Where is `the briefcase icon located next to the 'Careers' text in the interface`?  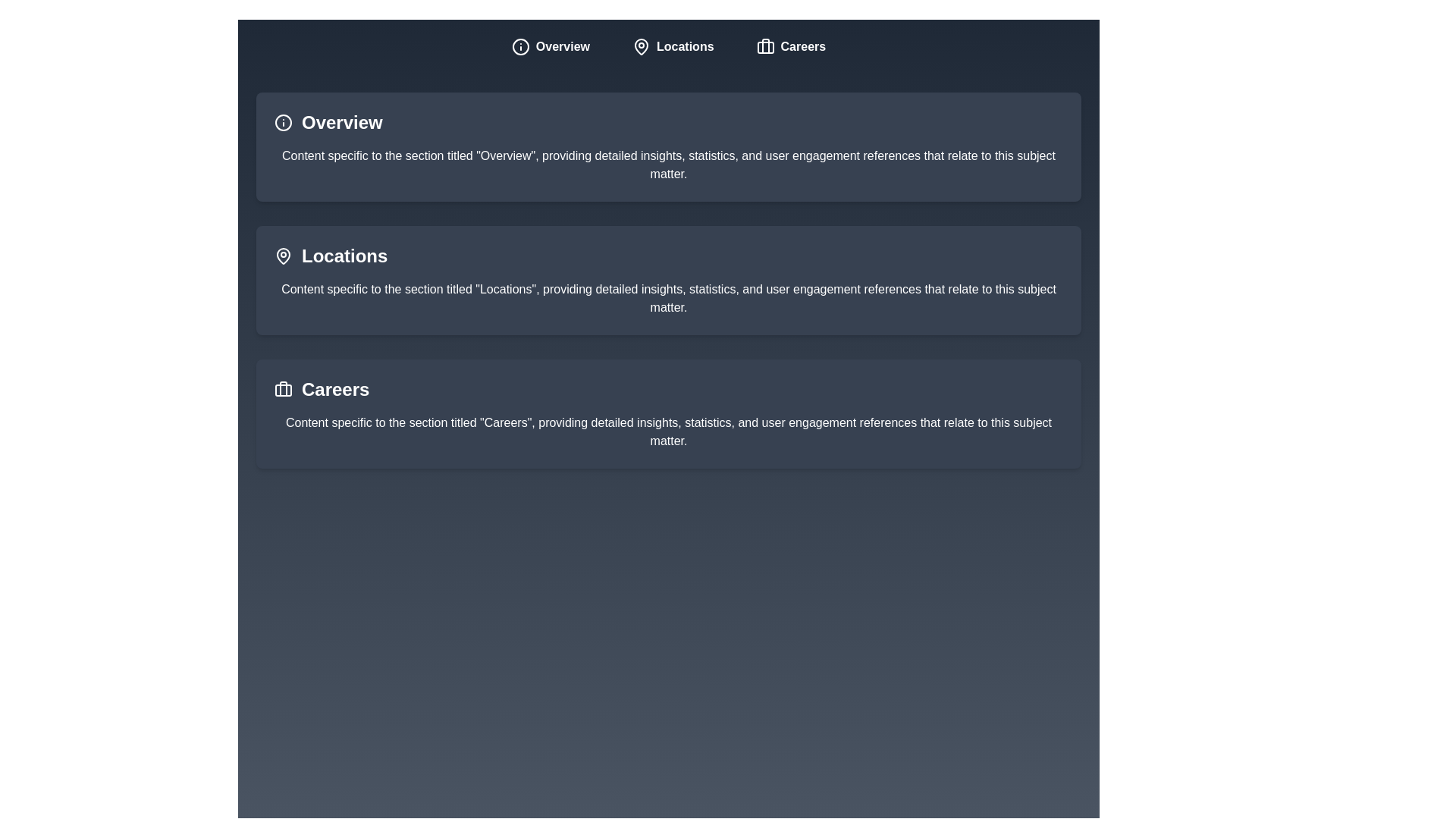 the briefcase icon located next to the 'Careers' text in the interface is located at coordinates (284, 388).